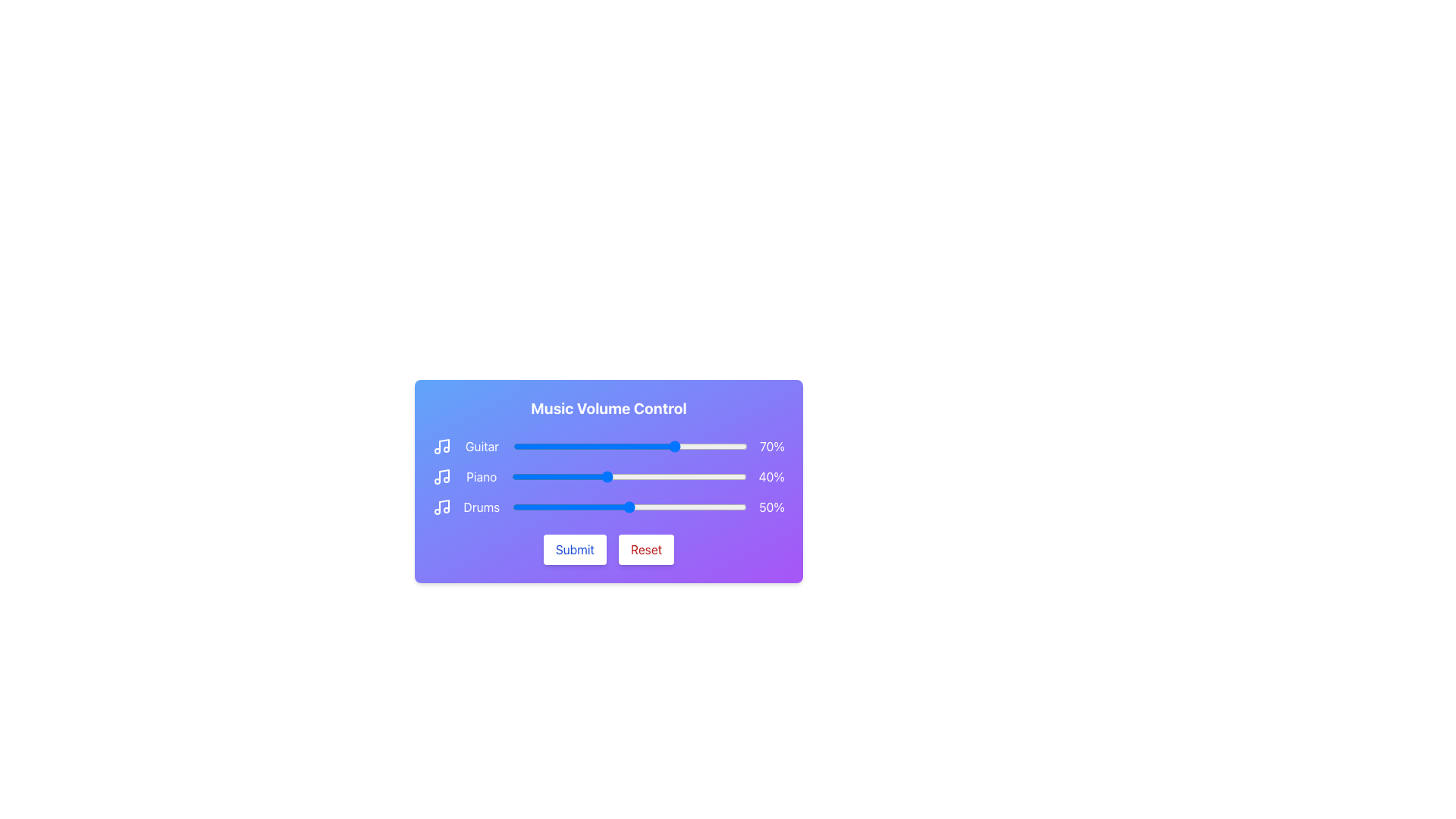 Image resolution: width=1456 pixels, height=819 pixels. Describe the element at coordinates (771, 475) in the screenshot. I see `the text label that displays the current volume percentage (40%) for the 'Piano' slider, which is located to the far right of the piano volume control section` at that location.